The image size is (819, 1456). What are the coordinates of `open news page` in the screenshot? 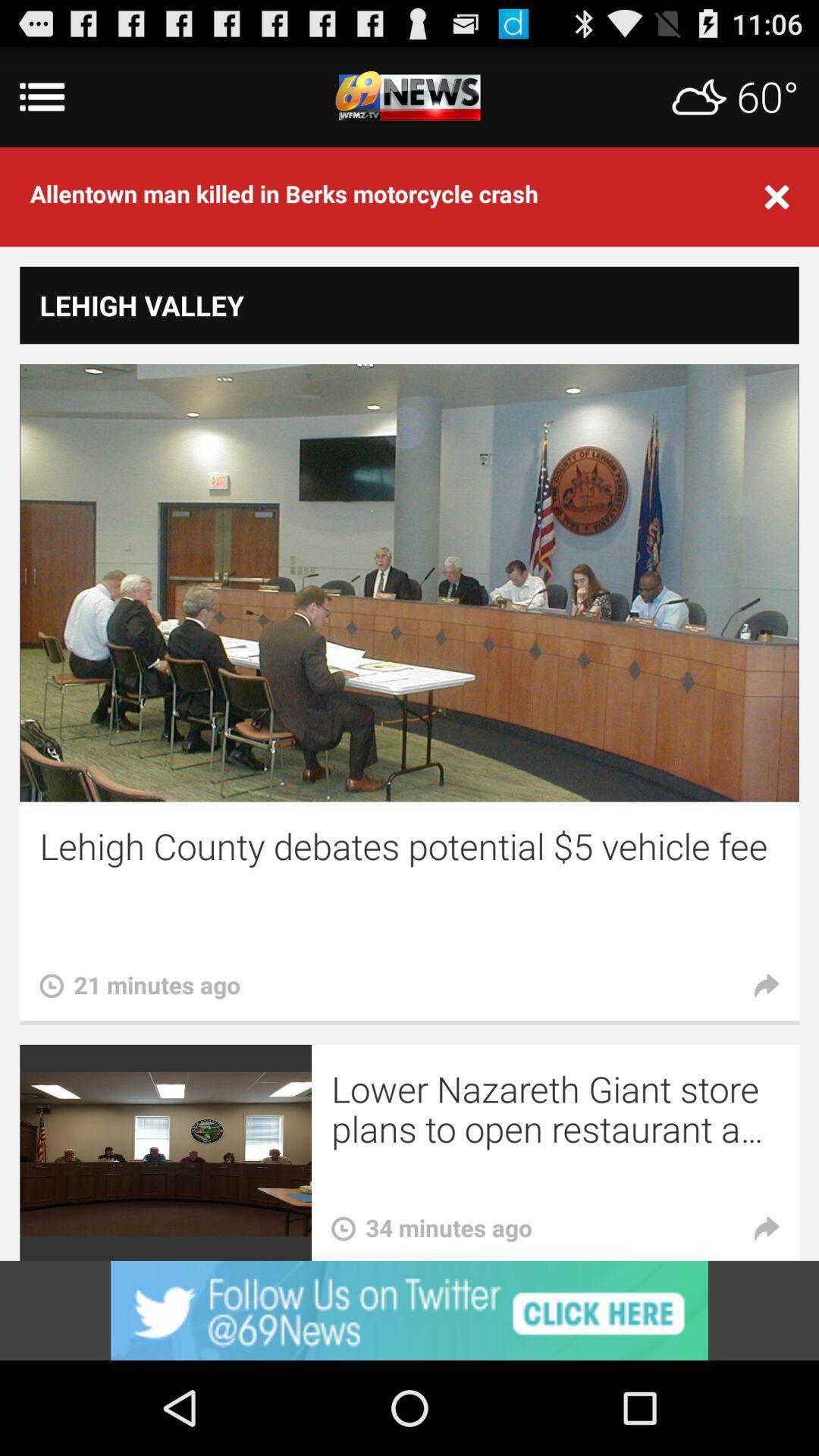 It's located at (409, 96).